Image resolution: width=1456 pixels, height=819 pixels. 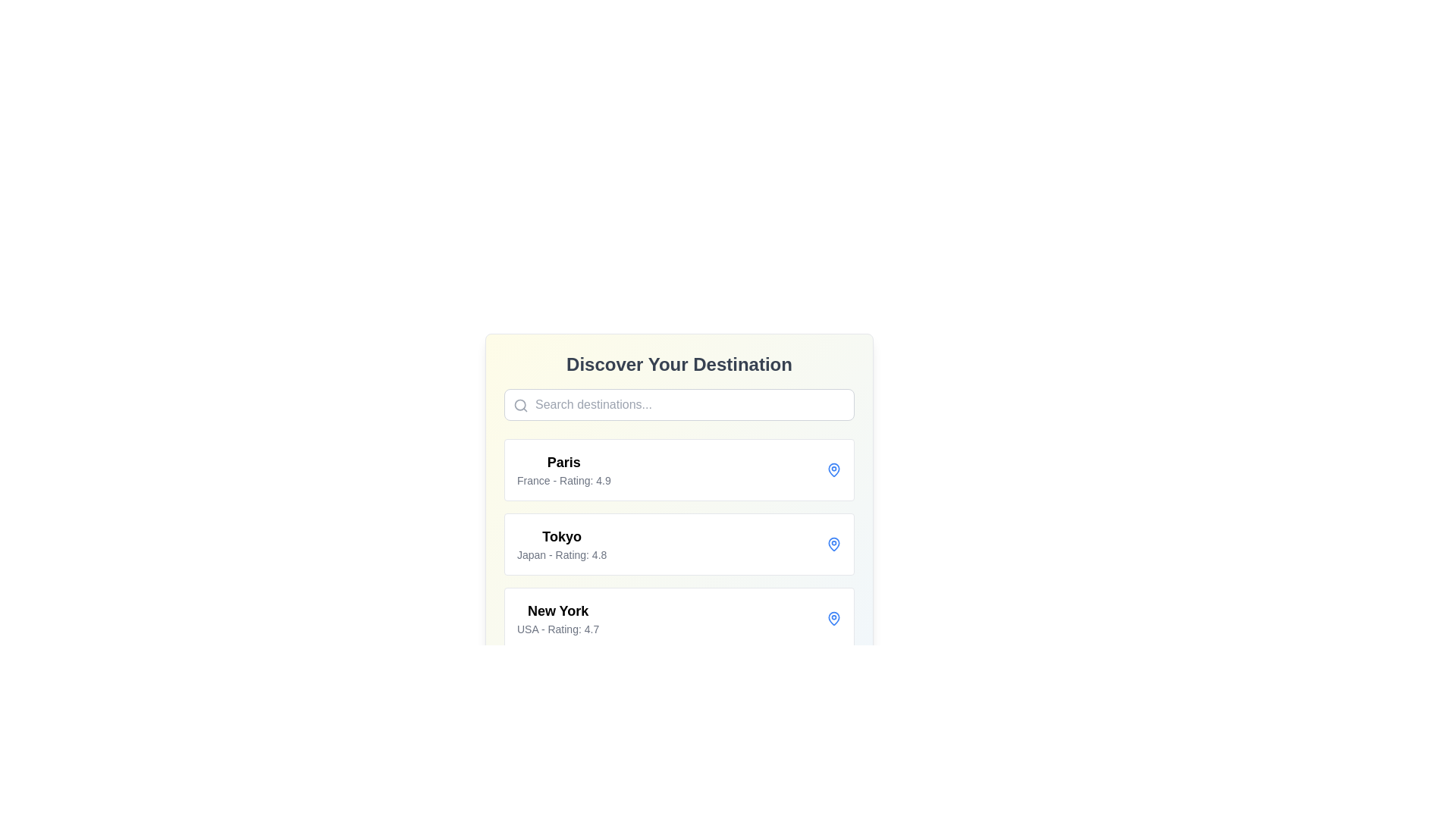 I want to click on the text label displaying 'Paris', which is styled in a bold, large font and located prominently at the top of its destination group, so click(x=563, y=461).